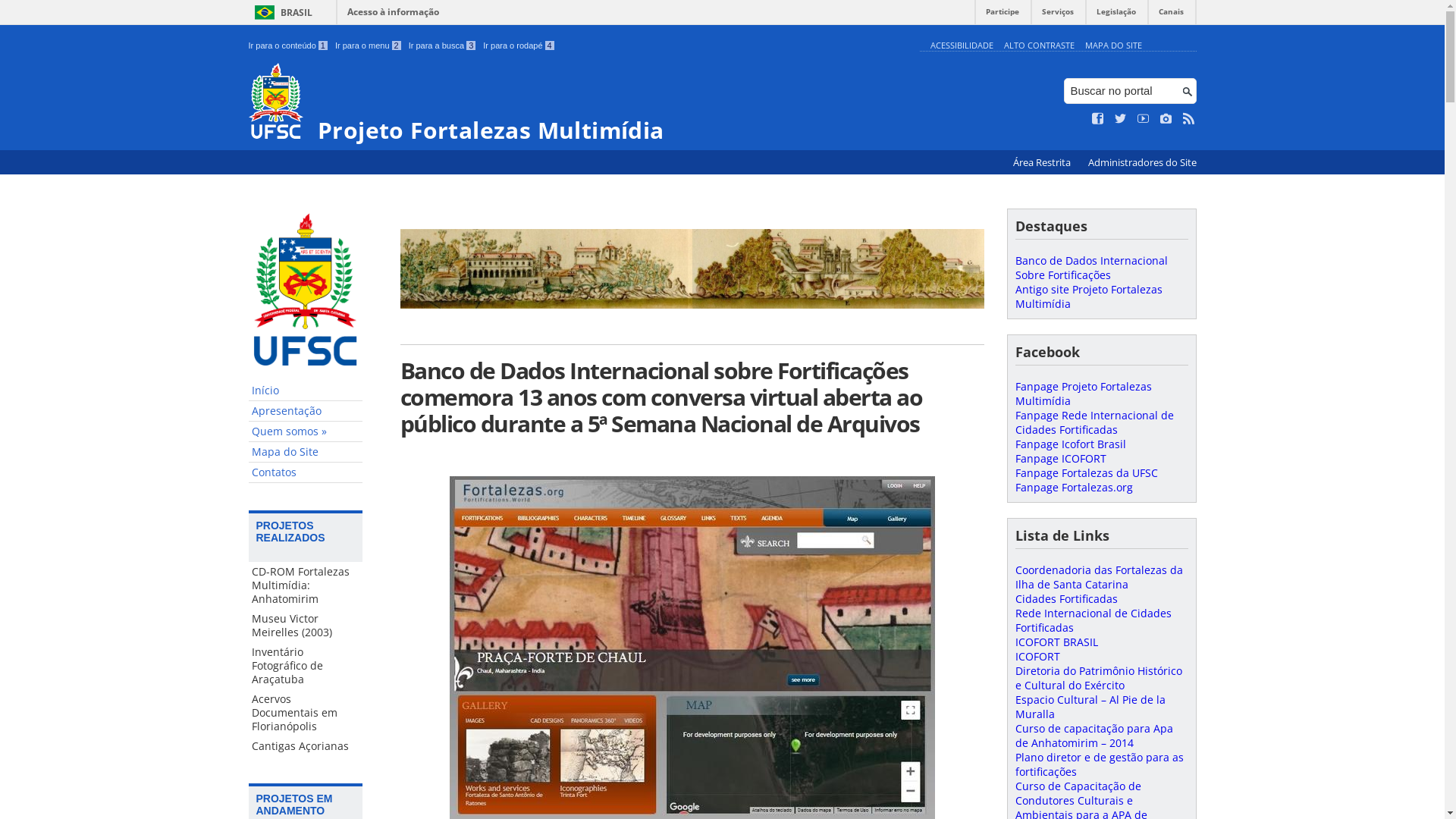 The height and width of the screenshot is (819, 1456). I want to click on 'ALTO CONTRASTE', so click(1038, 44).